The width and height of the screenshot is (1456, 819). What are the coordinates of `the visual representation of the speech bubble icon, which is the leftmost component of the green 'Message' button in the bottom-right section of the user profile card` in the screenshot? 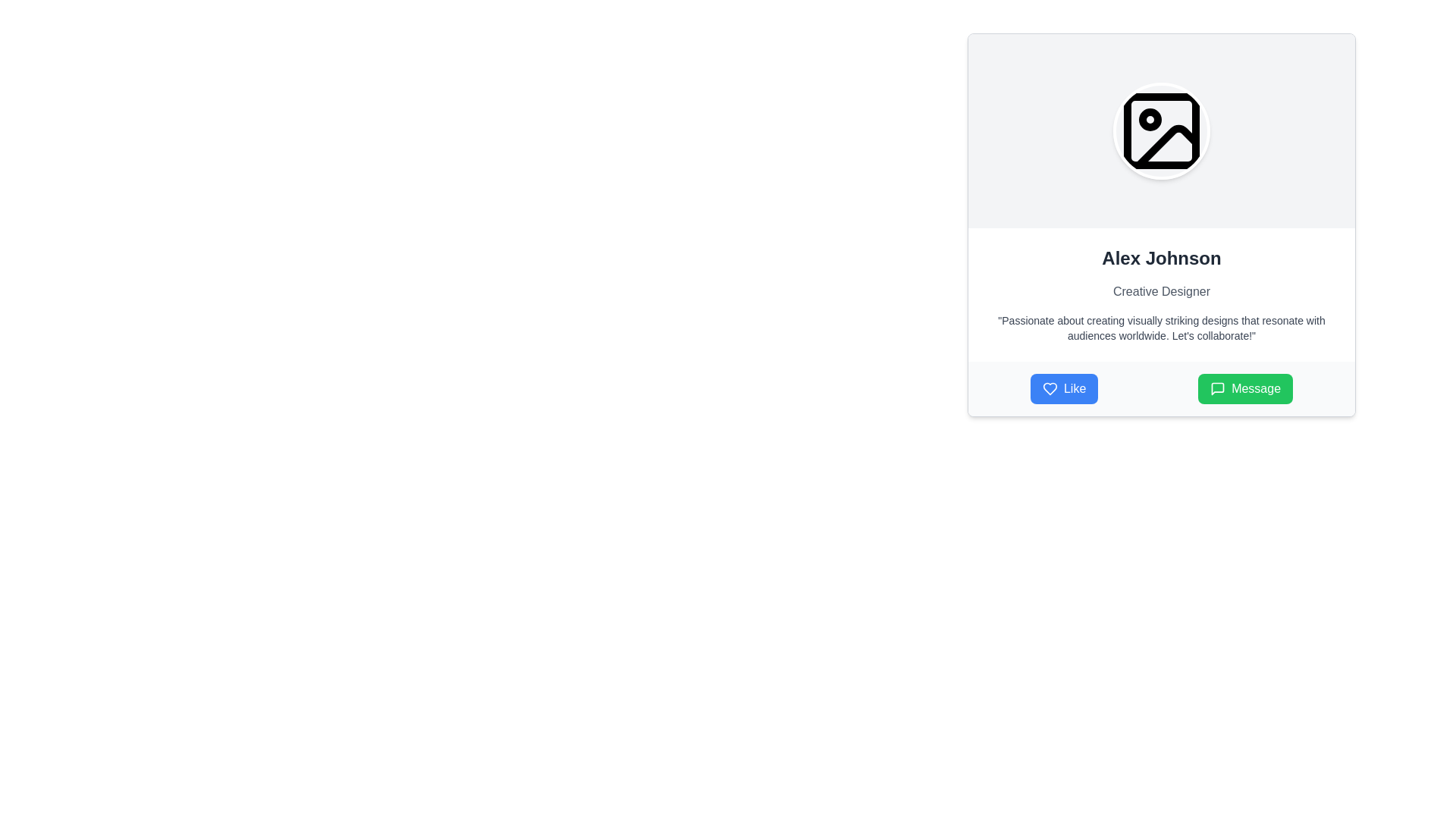 It's located at (1218, 388).